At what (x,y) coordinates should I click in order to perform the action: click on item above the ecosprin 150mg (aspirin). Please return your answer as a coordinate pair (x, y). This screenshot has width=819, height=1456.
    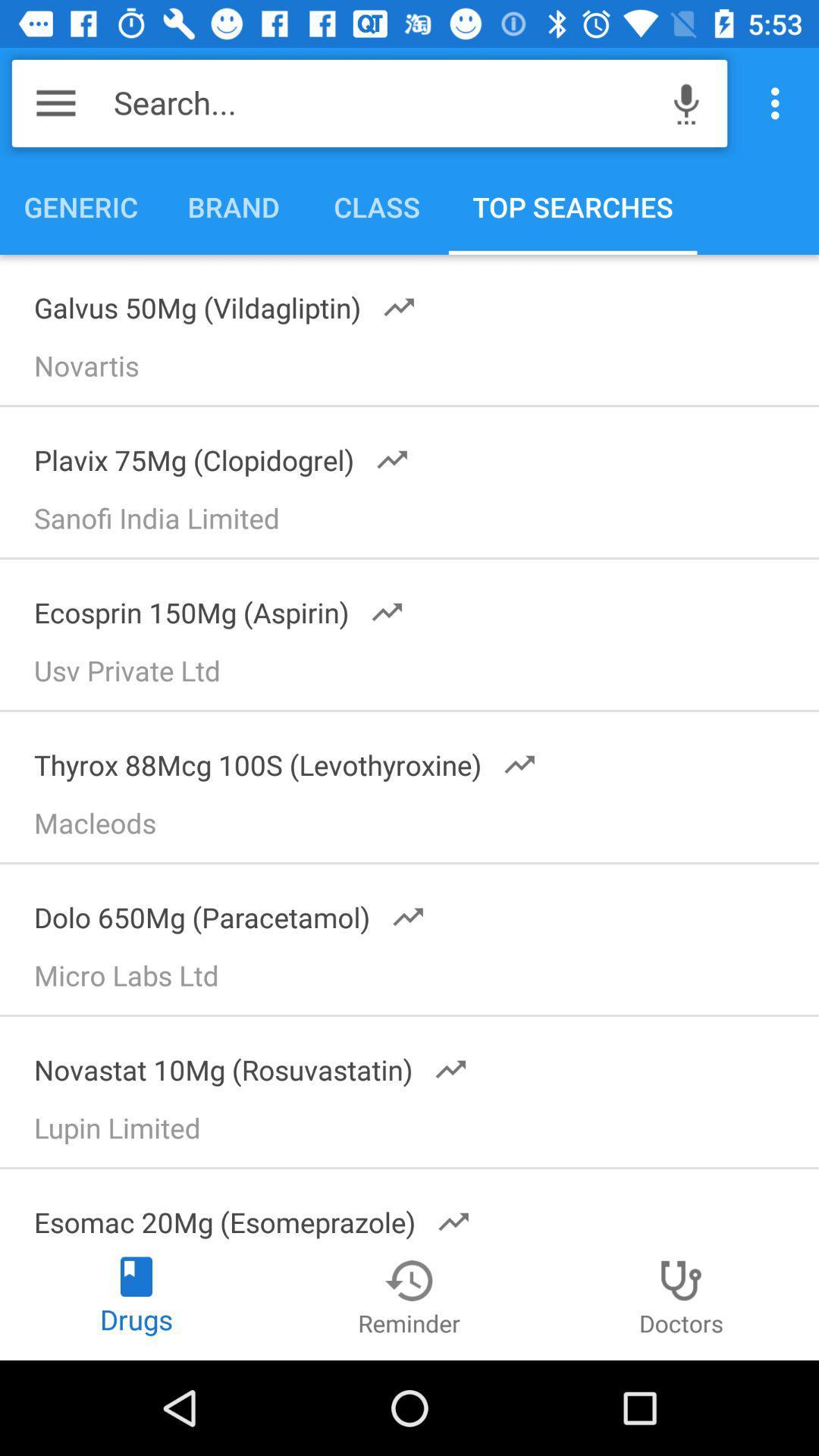
    Looking at the image, I should click on (416, 523).